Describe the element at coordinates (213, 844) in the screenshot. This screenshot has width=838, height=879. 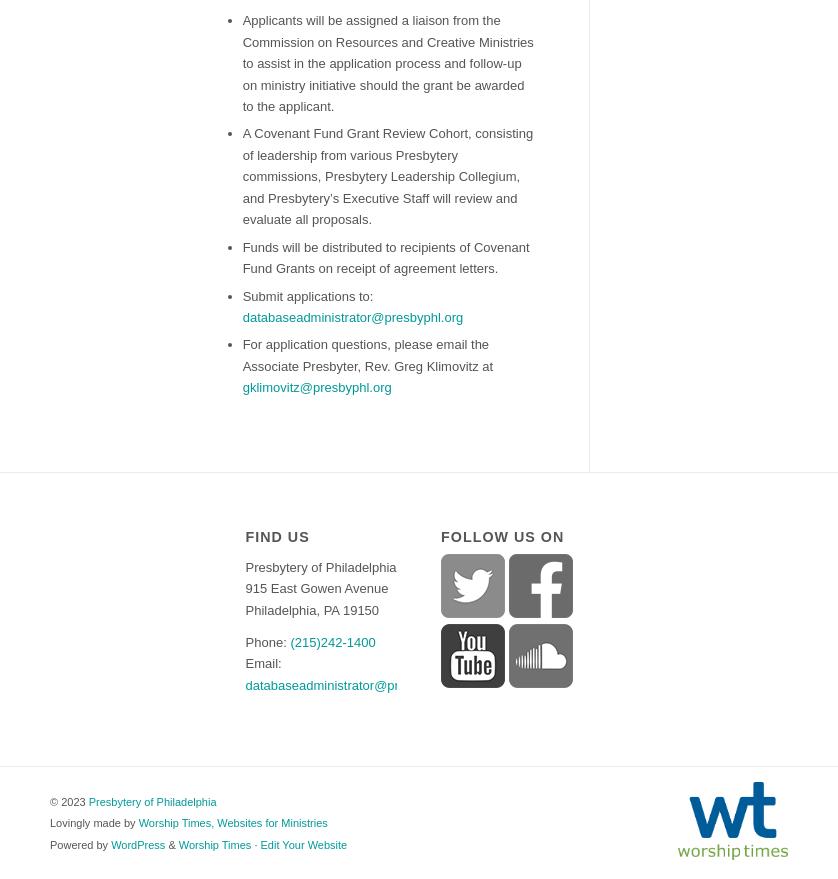
I see `'Worship
                    Times'` at that location.